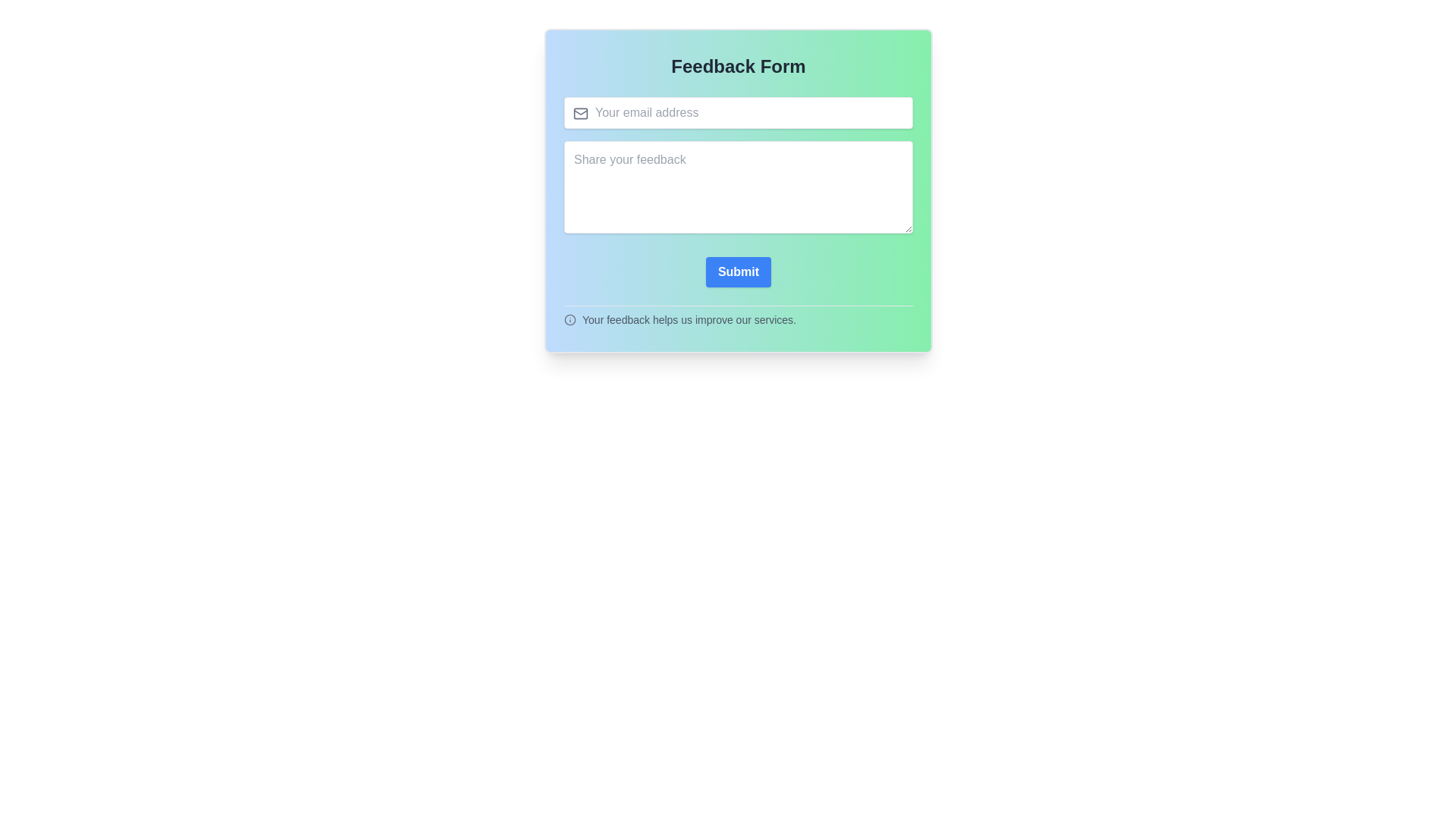 This screenshot has width=1456, height=819. Describe the element at coordinates (739, 271) in the screenshot. I see `the submit button located below the user comments text input field in the feedback form to initiate the submission action` at that location.